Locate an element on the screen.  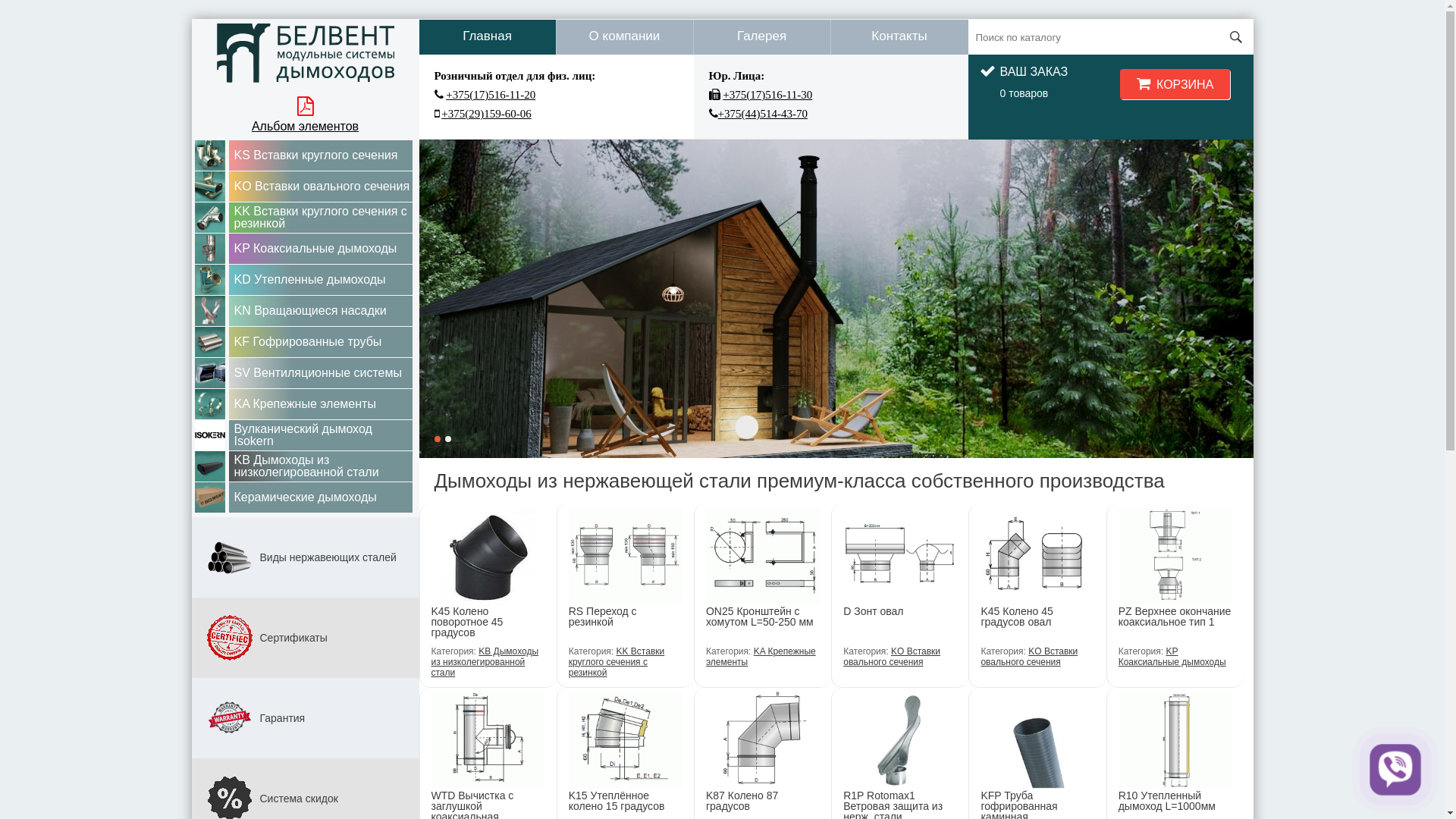
'+375(29)159-60-06' is located at coordinates (486, 113).